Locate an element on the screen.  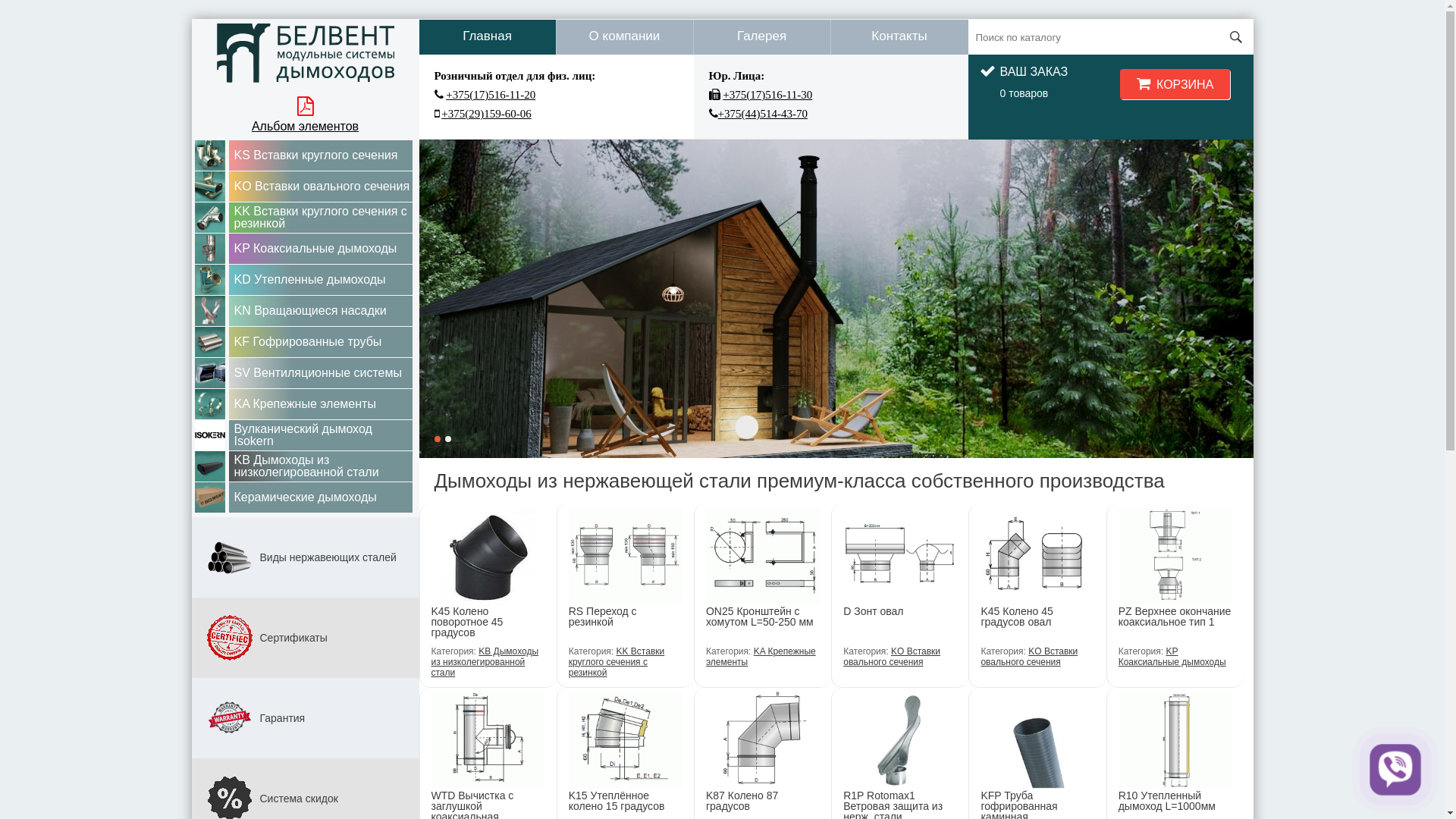
'+375(29)159-60-06' is located at coordinates (486, 113).